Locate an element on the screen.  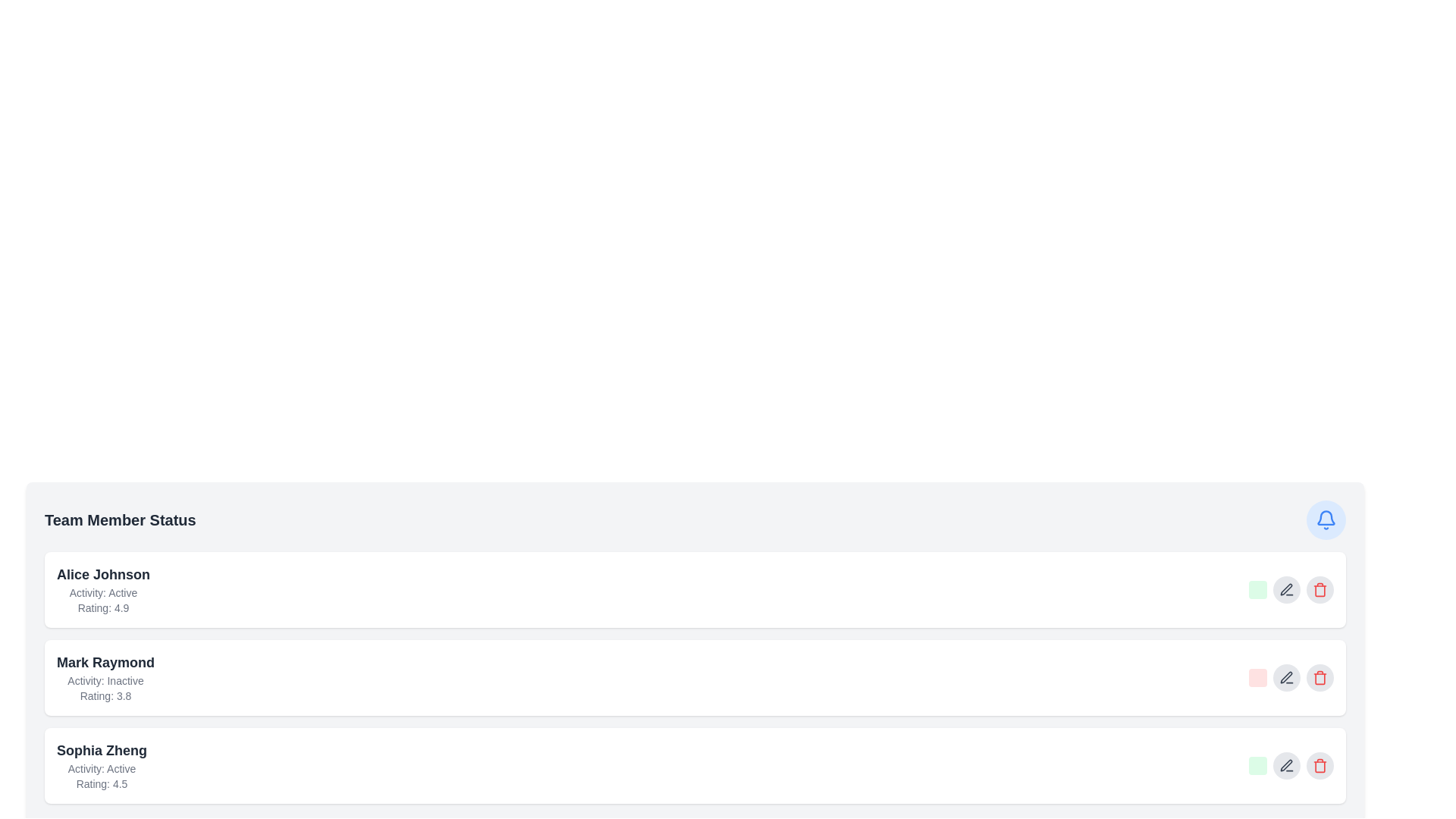
the edit button with a pen icon located in the 'Team Member Status' panel, specifically for 'Mark Raymond' under the 'Inactive' status is located at coordinates (1286, 677).